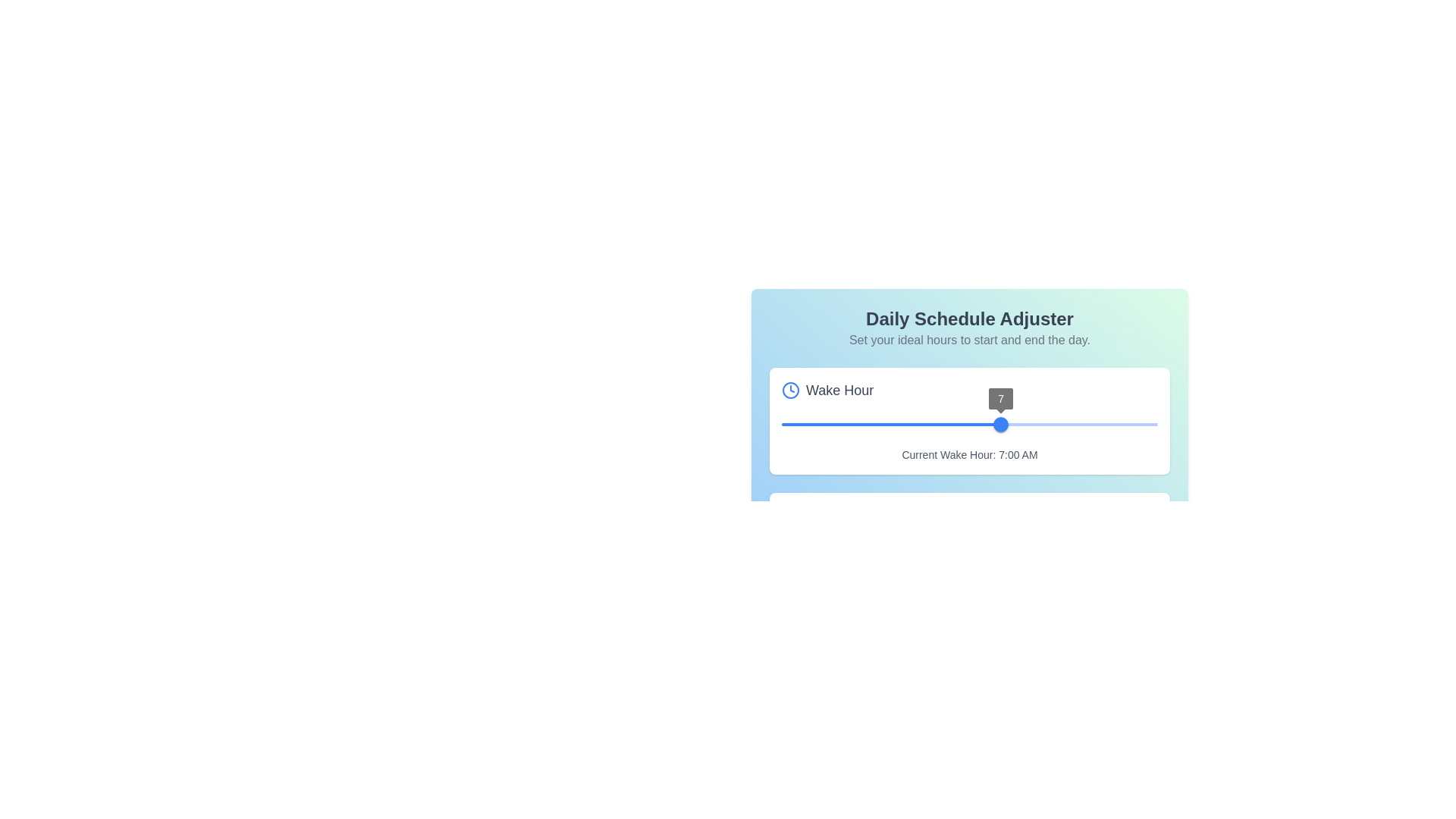 Image resolution: width=1456 pixels, height=819 pixels. What do you see at coordinates (968, 318) in the screenshot?
I see `the static text or label that serves as the title or heading for the interface, located at the top center of the interface, above the text 'Set your ideal hours to start and end the day.'` at bounding box center [968, 318].